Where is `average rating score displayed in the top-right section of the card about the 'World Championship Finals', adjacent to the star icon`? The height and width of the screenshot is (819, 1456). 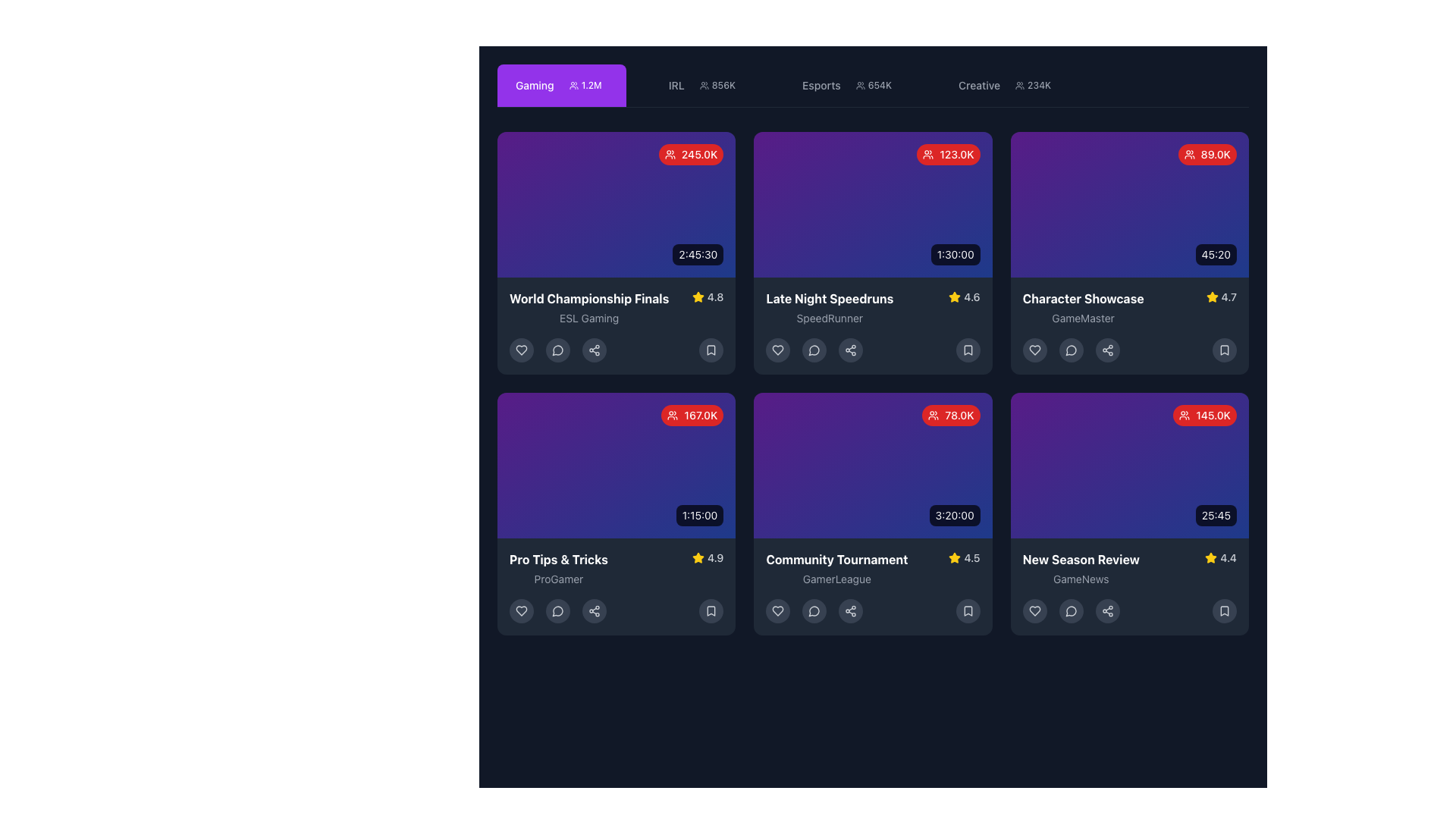 average rating score displayed in the top-right section of the card about the 'World Championship Finals', adjacent to the star icon is located at coordinates (714, 297).